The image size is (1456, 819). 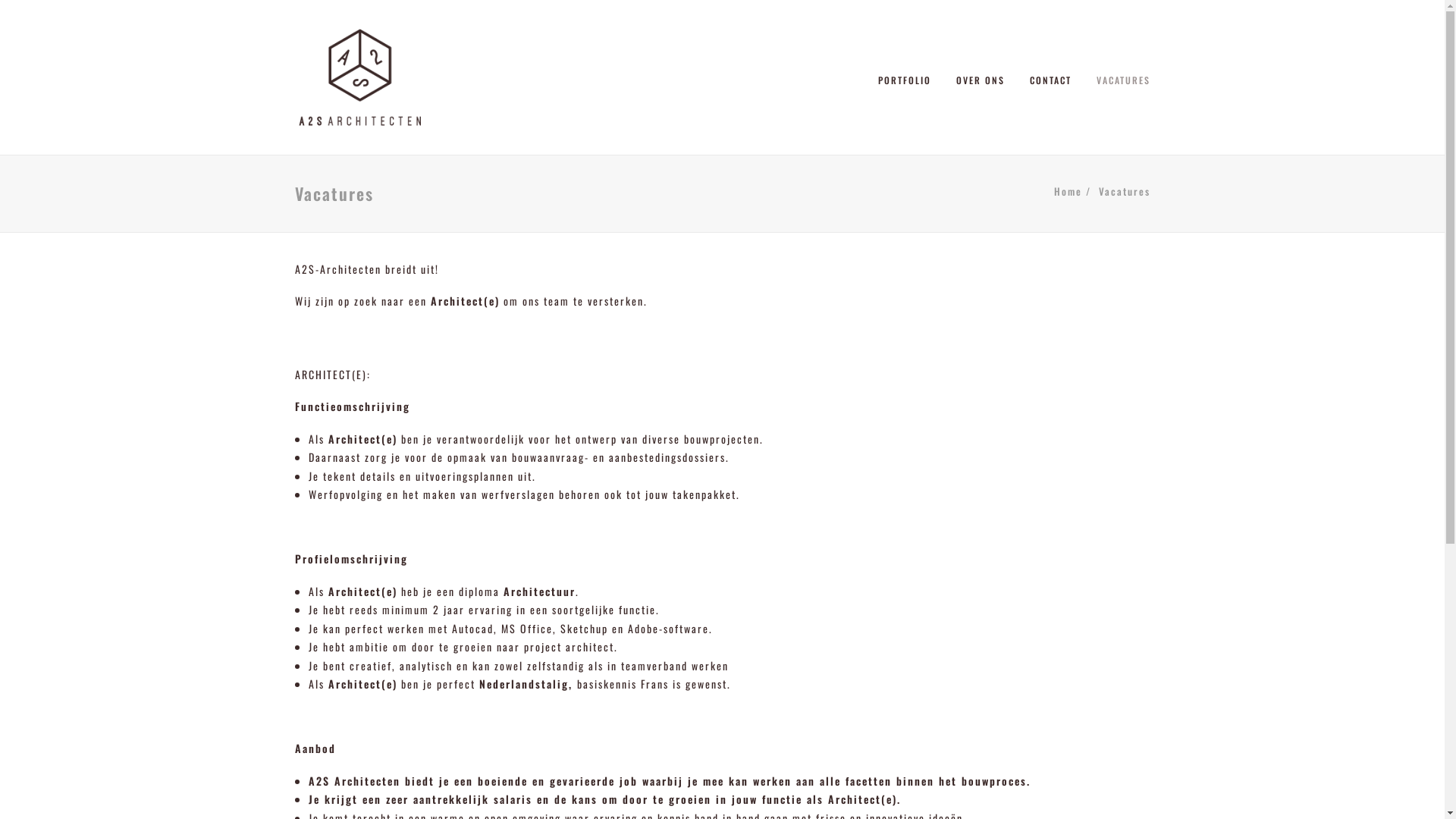 What do you see at coordinates (1019, 77) in the screenshot?
I see `'CONTACT'` at bounding box center [1019, 77].